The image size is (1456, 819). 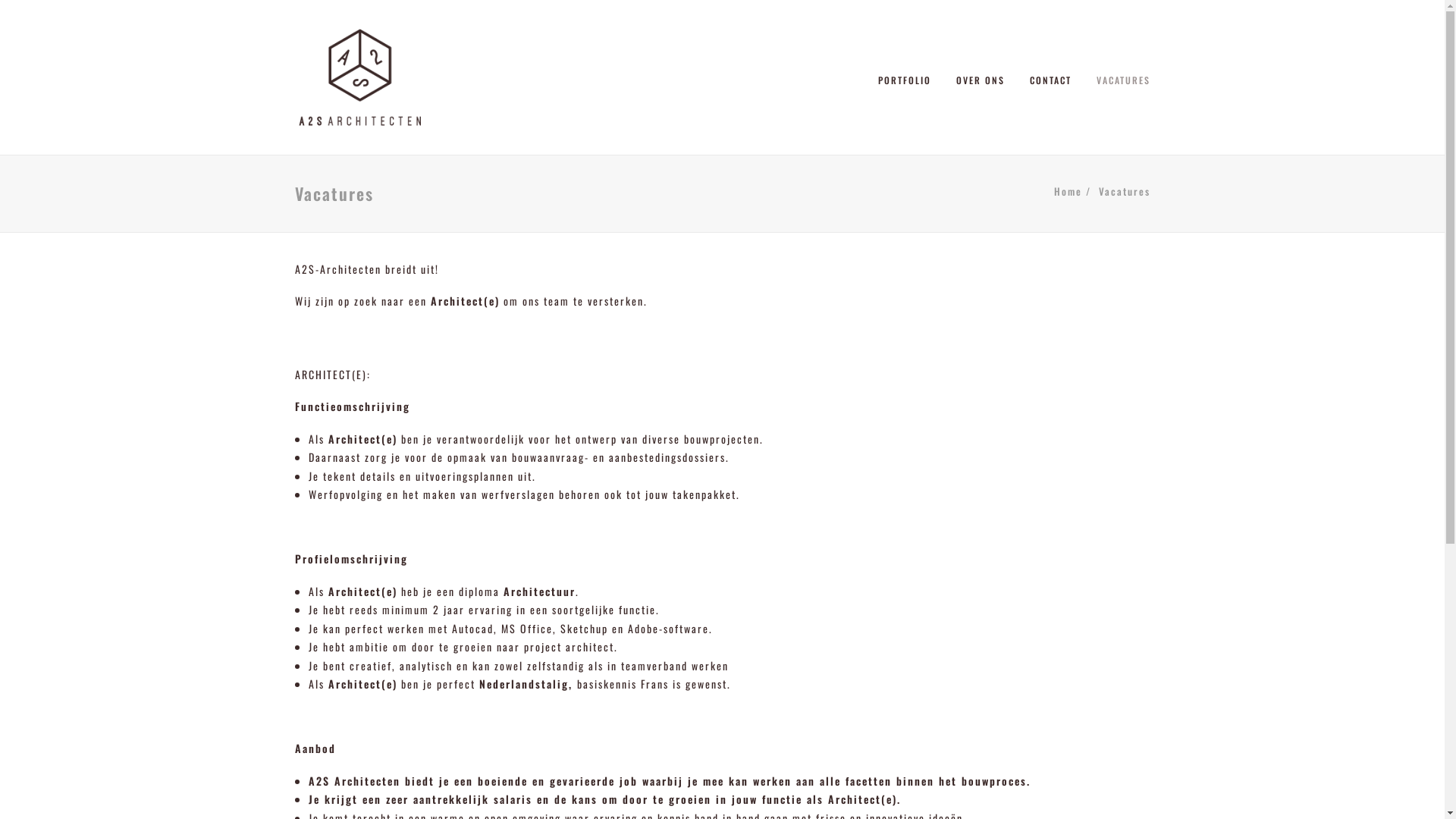 What do you see at coordinates (1019, 77) in the screenshot?
I see `'CONTACT'` at bounding box center [1019, 77].